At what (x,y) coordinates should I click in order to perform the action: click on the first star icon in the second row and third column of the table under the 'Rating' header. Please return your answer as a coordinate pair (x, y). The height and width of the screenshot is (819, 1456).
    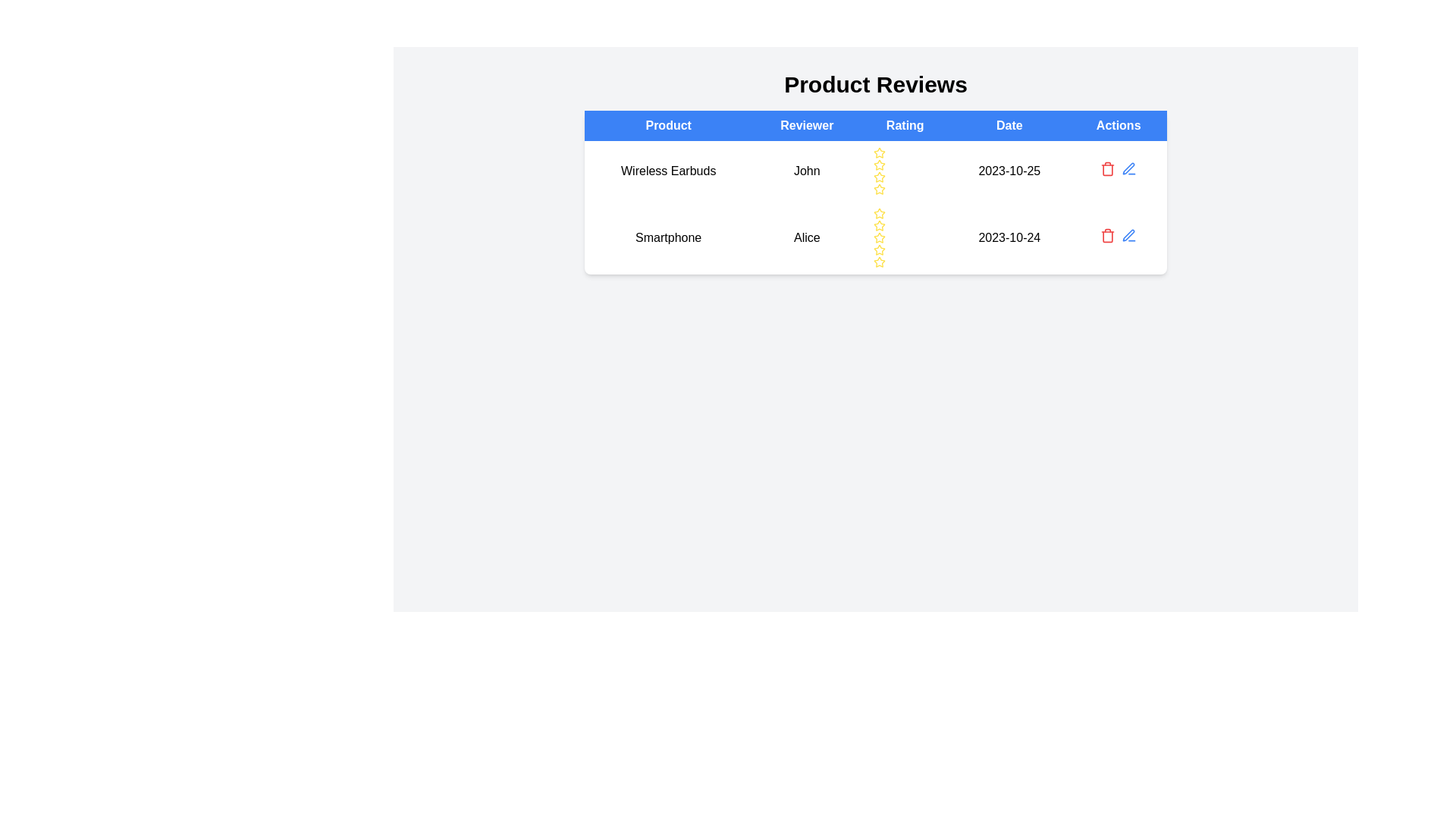
    Looking at the image, I should click on (880, 213).